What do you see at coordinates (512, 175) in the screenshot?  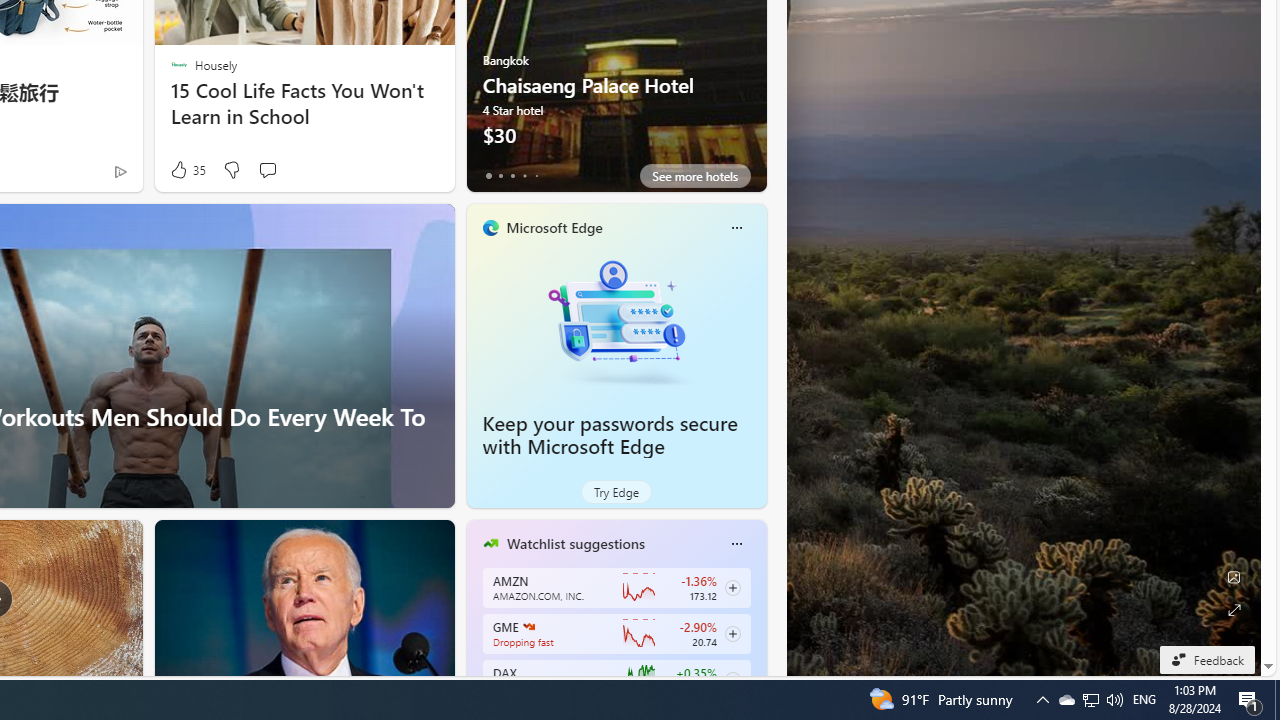 I see `'tab-2'` at bounding box center [512, 175].